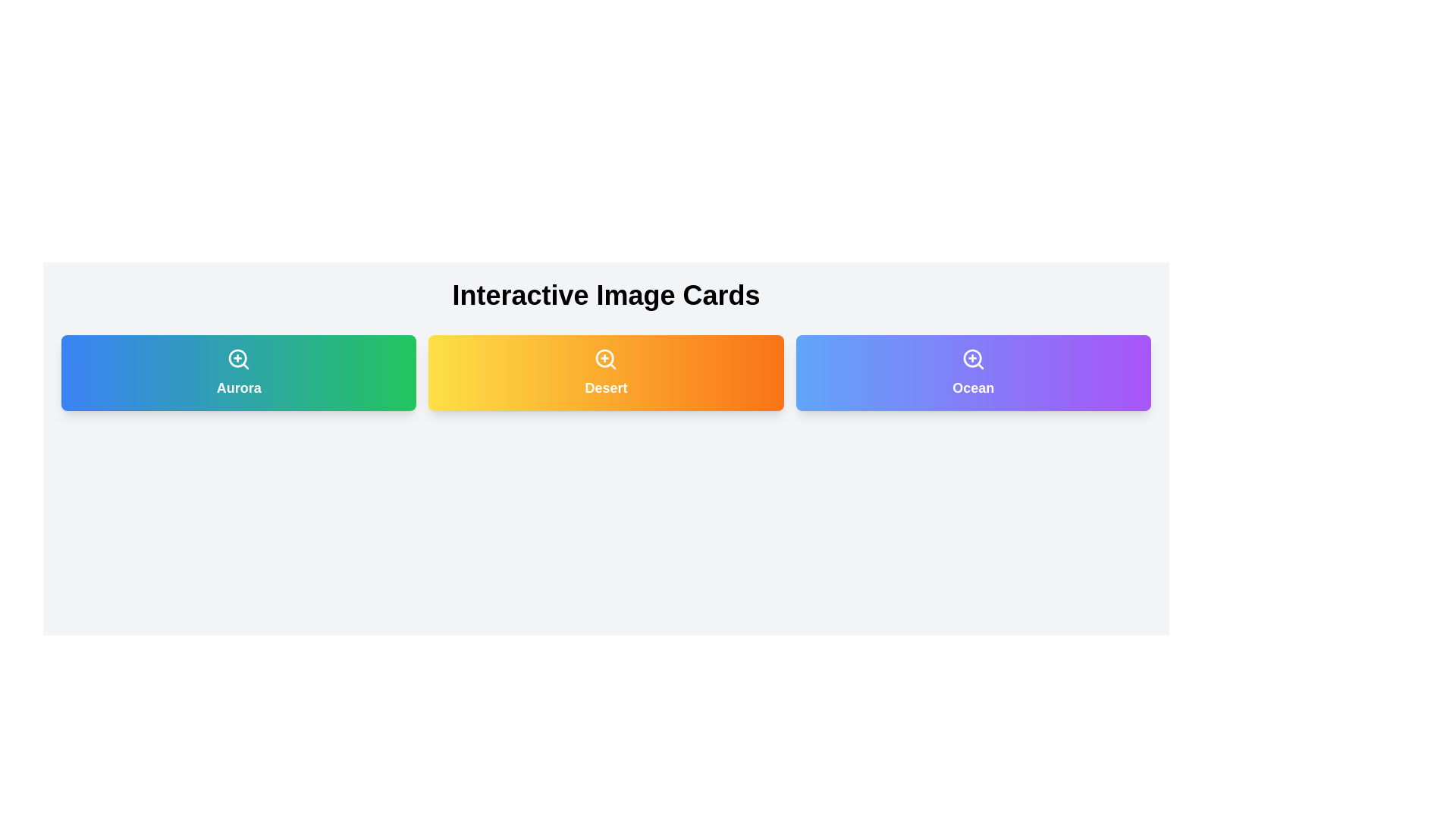  I want to click on the magnifying glass icon with a plus sign inside, located on an orange gradient background within the 'Desert' card, so click(605, 359).